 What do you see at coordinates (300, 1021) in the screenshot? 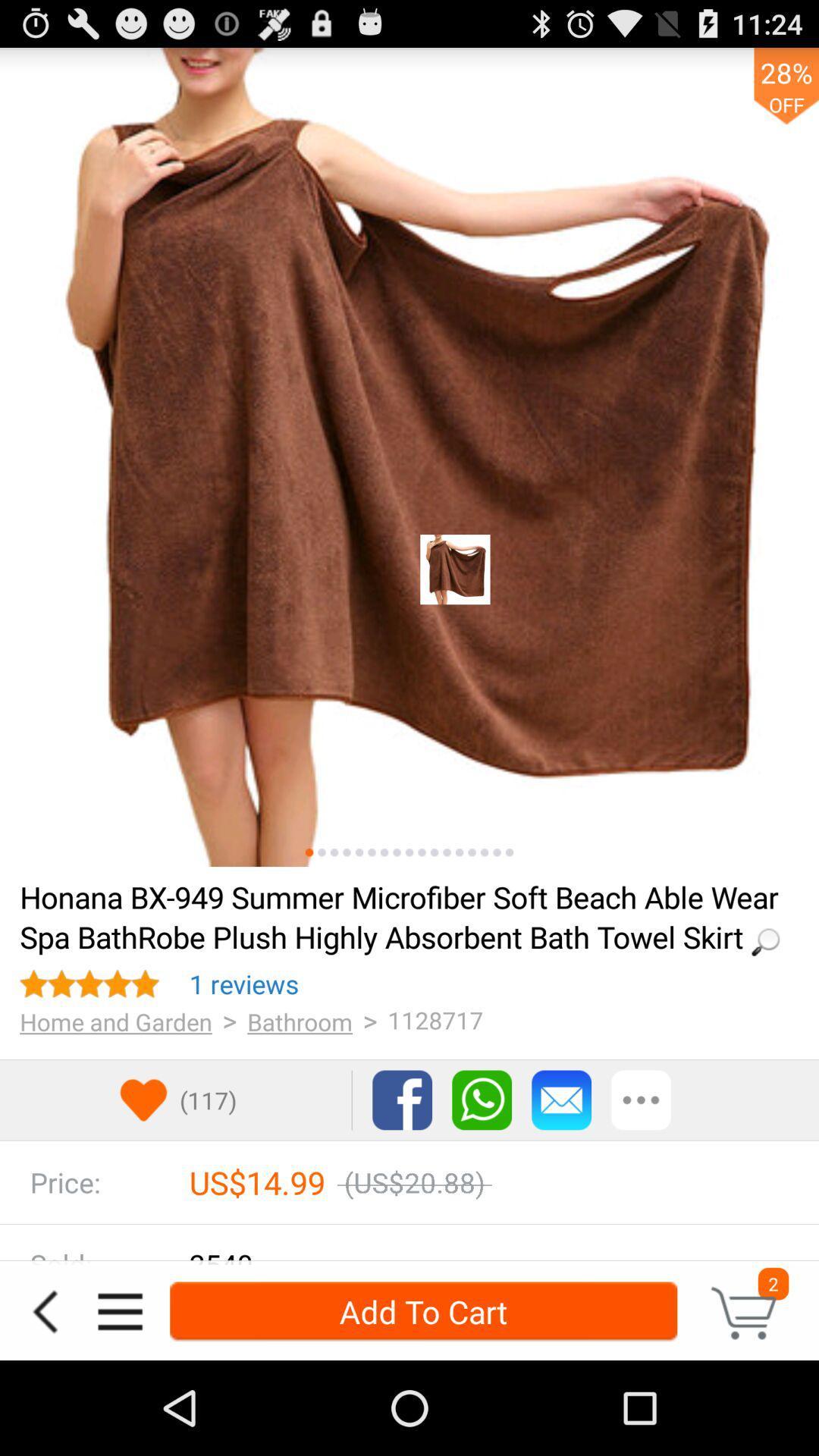
I see `the icon to the left of > app` at bounding box center [300, 1021].